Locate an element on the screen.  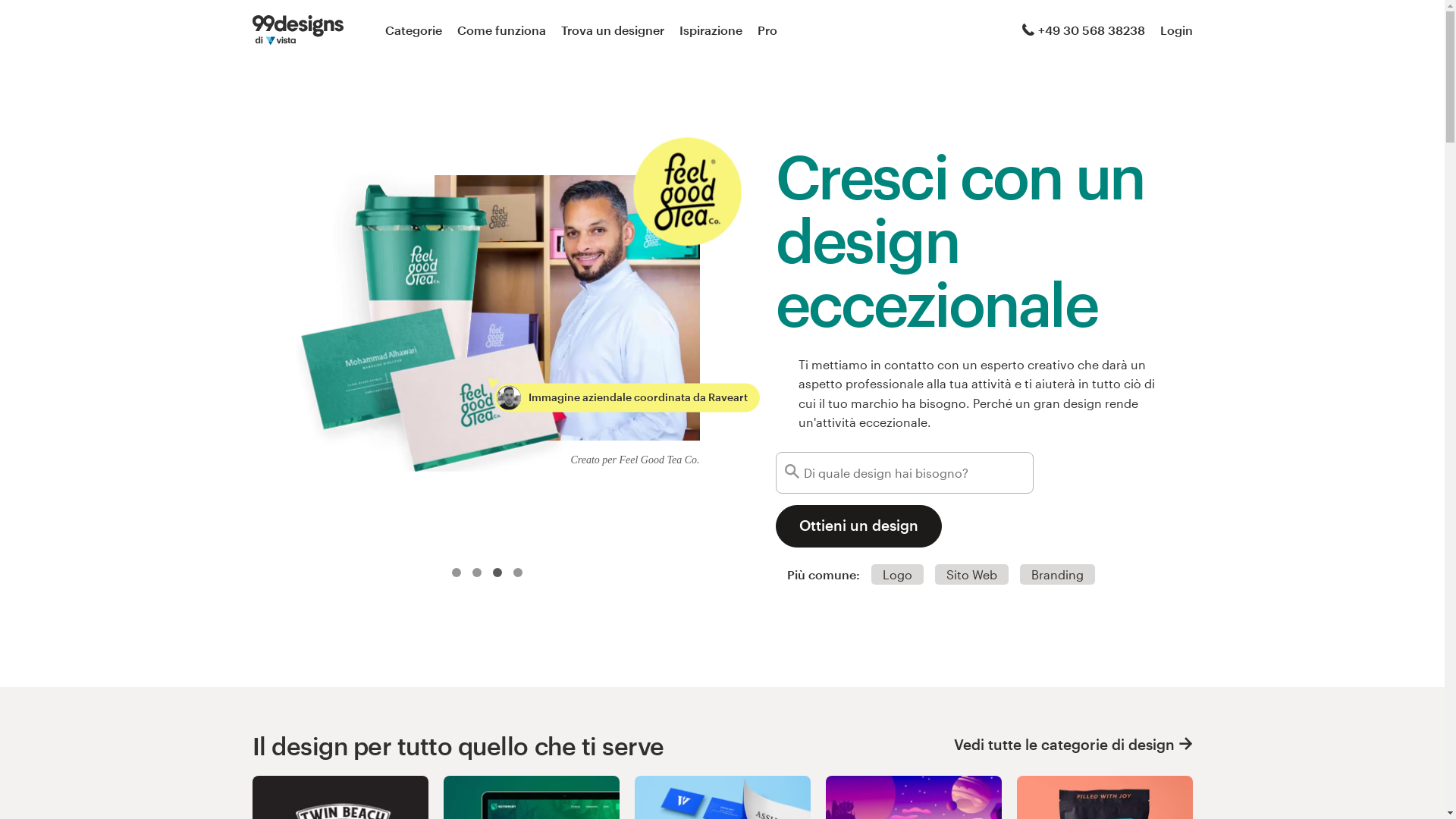
'Categorie' is located at coordinates (385, 30).